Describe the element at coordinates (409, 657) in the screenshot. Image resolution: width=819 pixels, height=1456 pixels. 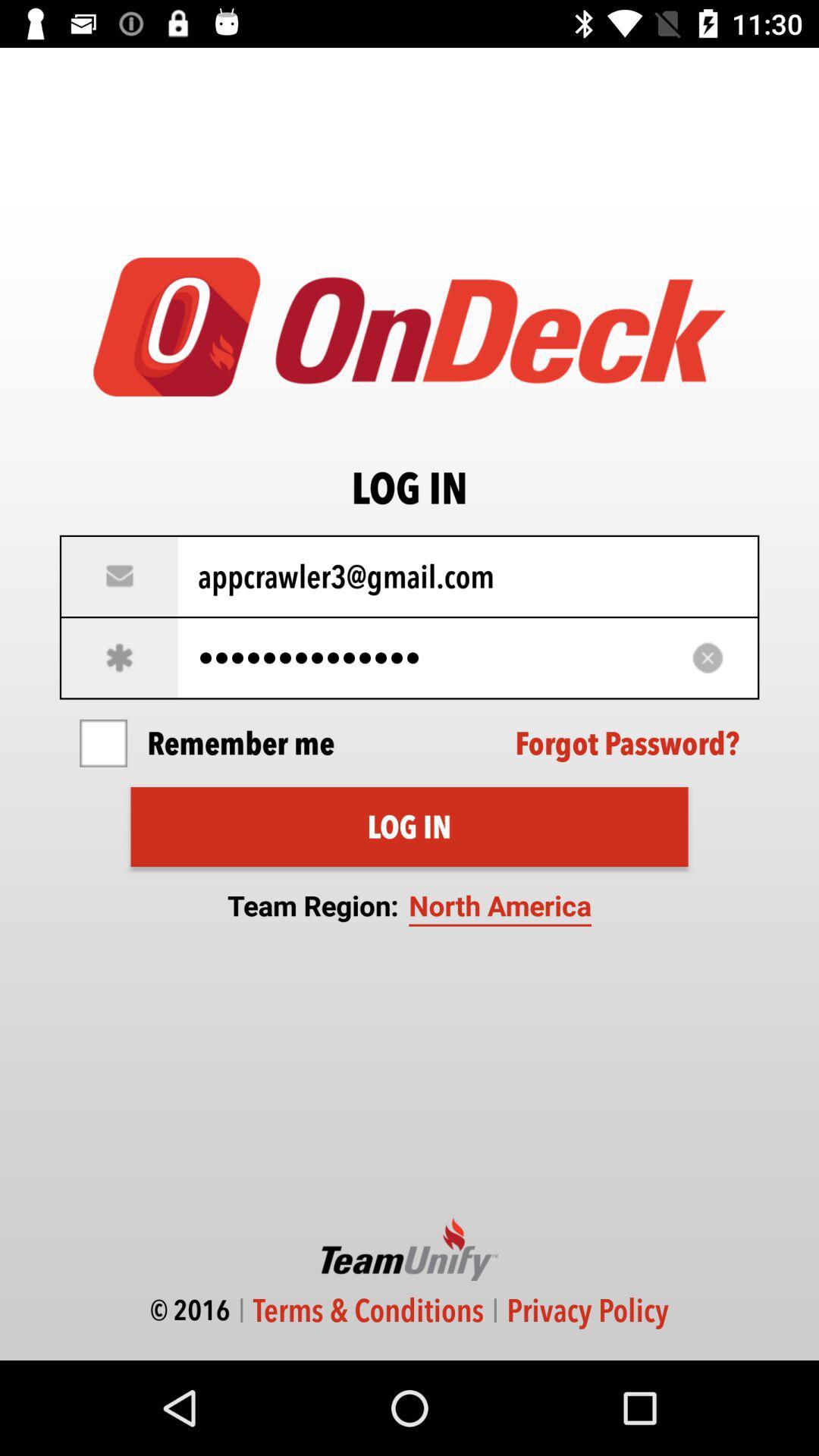
I see `second text field` at that location.